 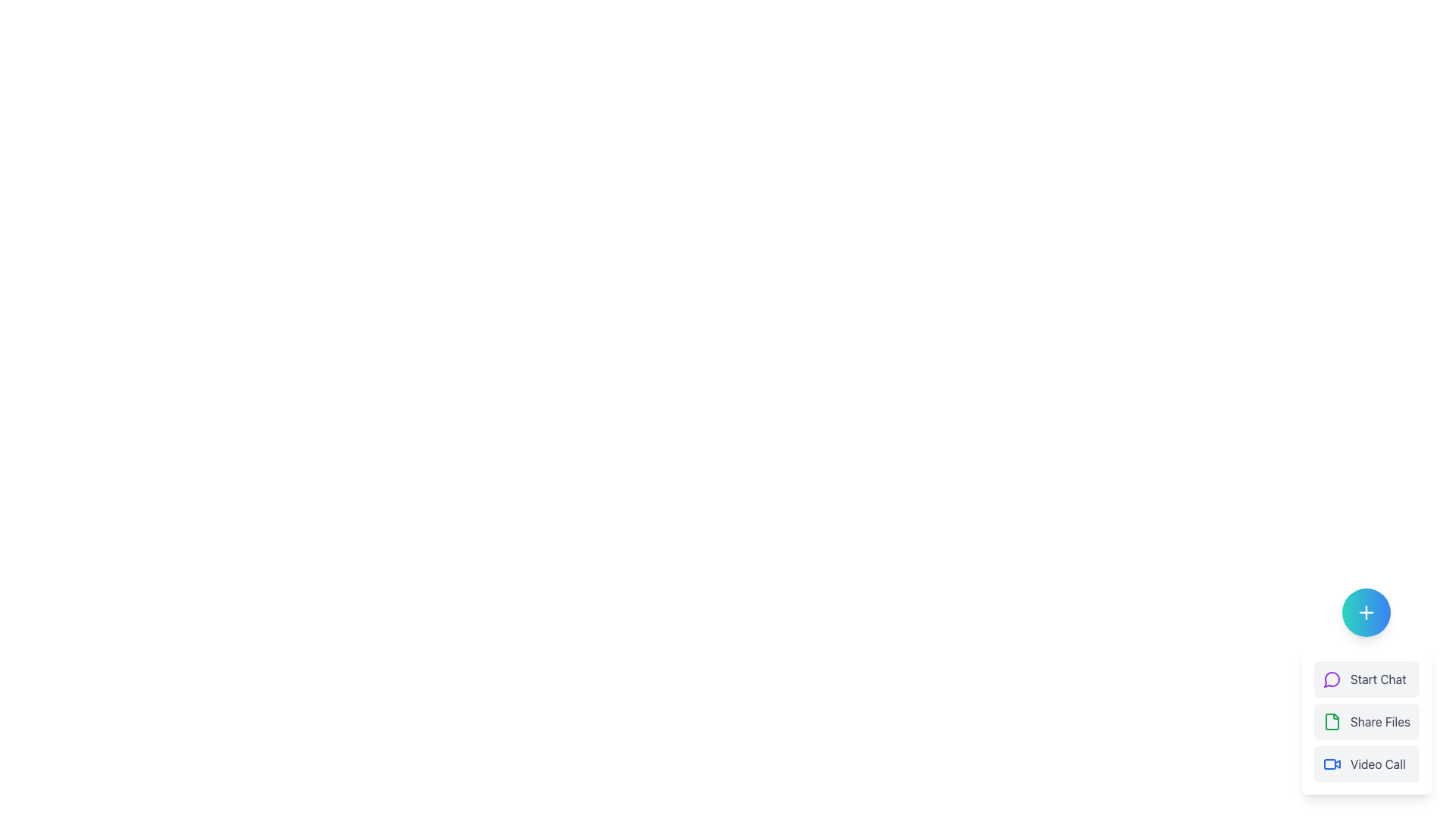 What do you see at coordinates (1380, 721) in the screenshot?
I see `the 'Share Files' text label, which is the second option in a vertically aligned menu beneath the 'Start Chat' option, indicating functionality related to sharing files` at bounding box center [1380, 721].